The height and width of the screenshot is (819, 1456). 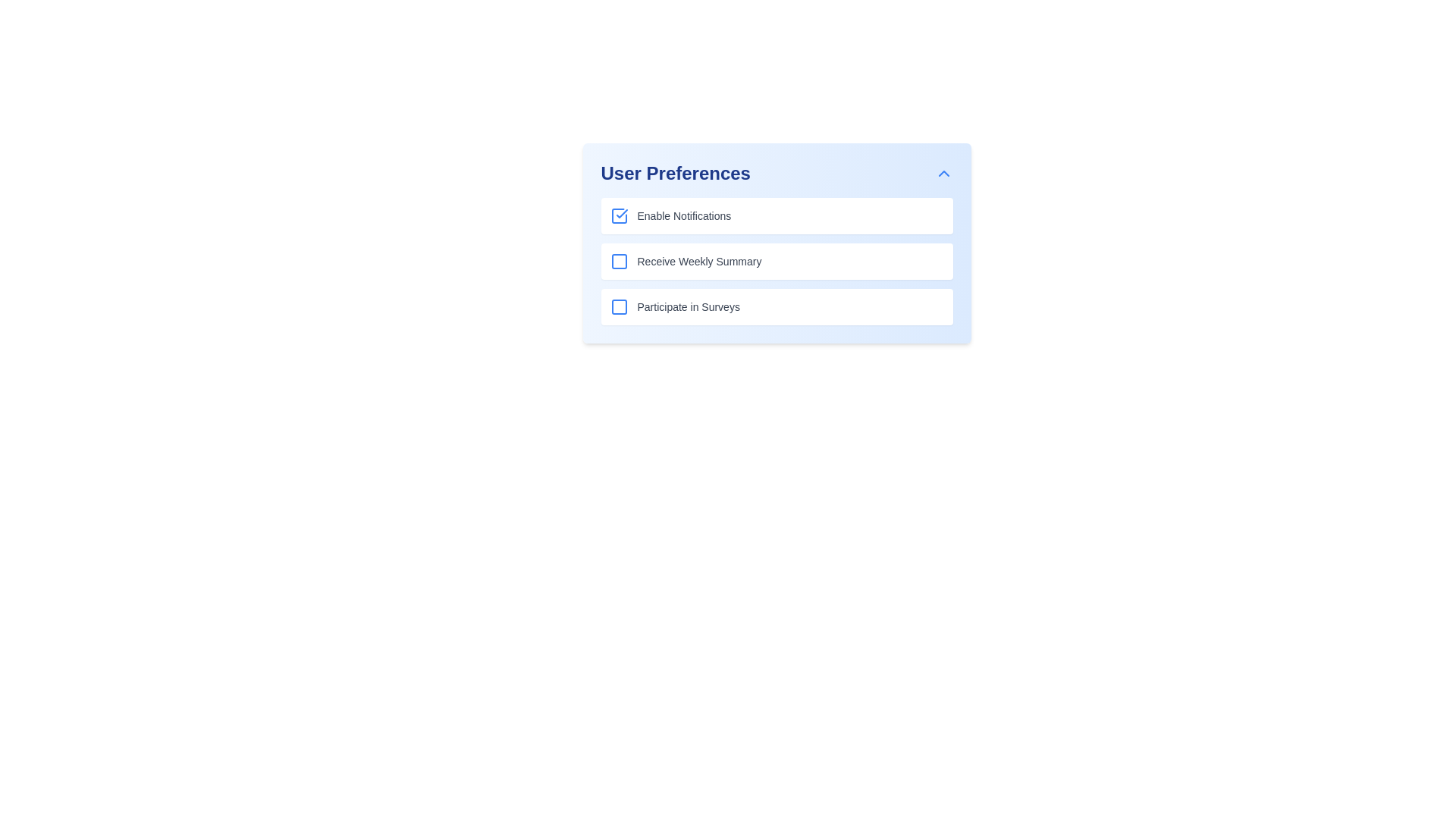 I want to click on the checkbox labeled 'Receive Weekly Summary', so click(x=777, y=260).